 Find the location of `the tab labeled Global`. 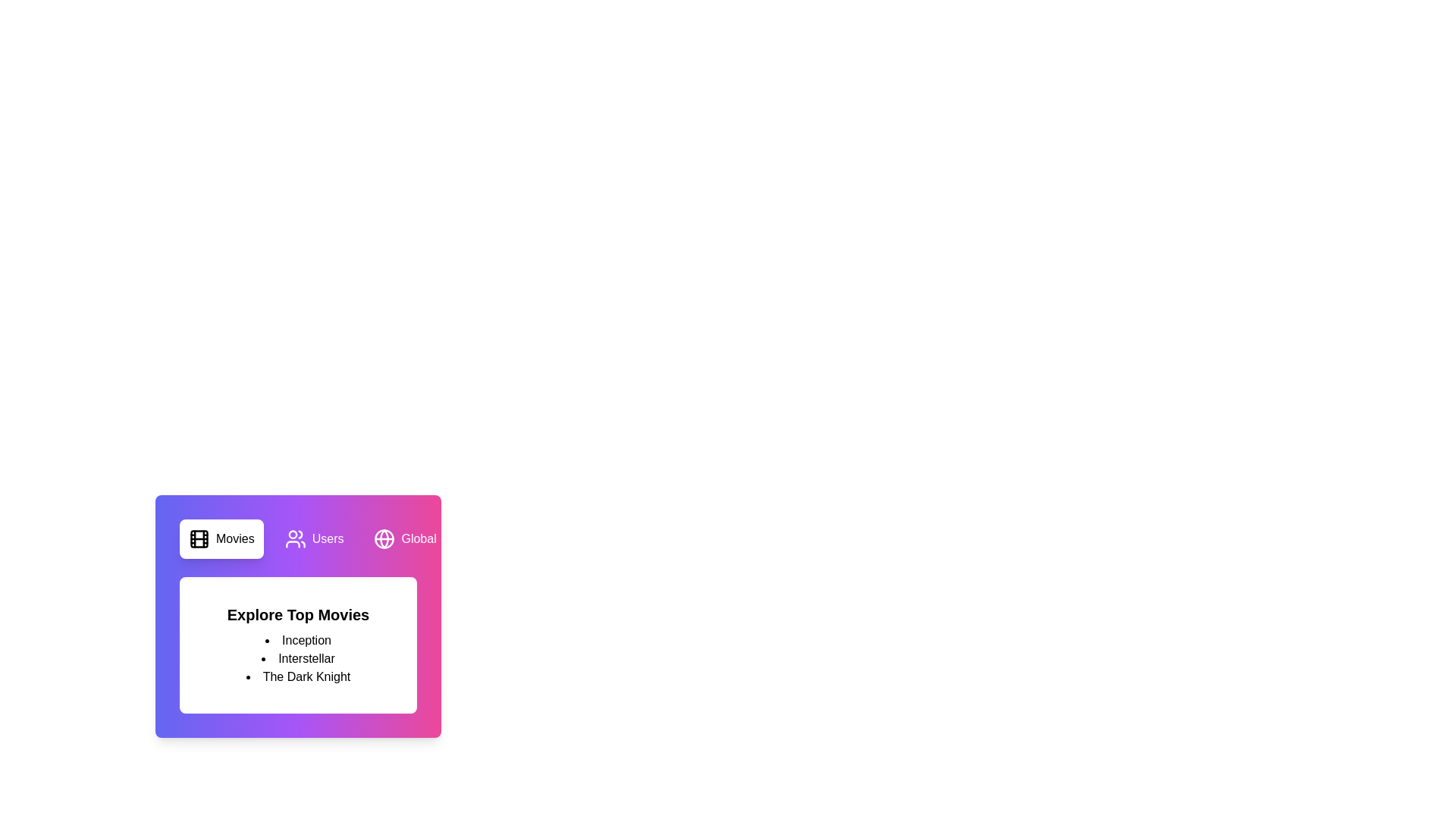

the tab labeled Global is located at coordinates (405, 538).